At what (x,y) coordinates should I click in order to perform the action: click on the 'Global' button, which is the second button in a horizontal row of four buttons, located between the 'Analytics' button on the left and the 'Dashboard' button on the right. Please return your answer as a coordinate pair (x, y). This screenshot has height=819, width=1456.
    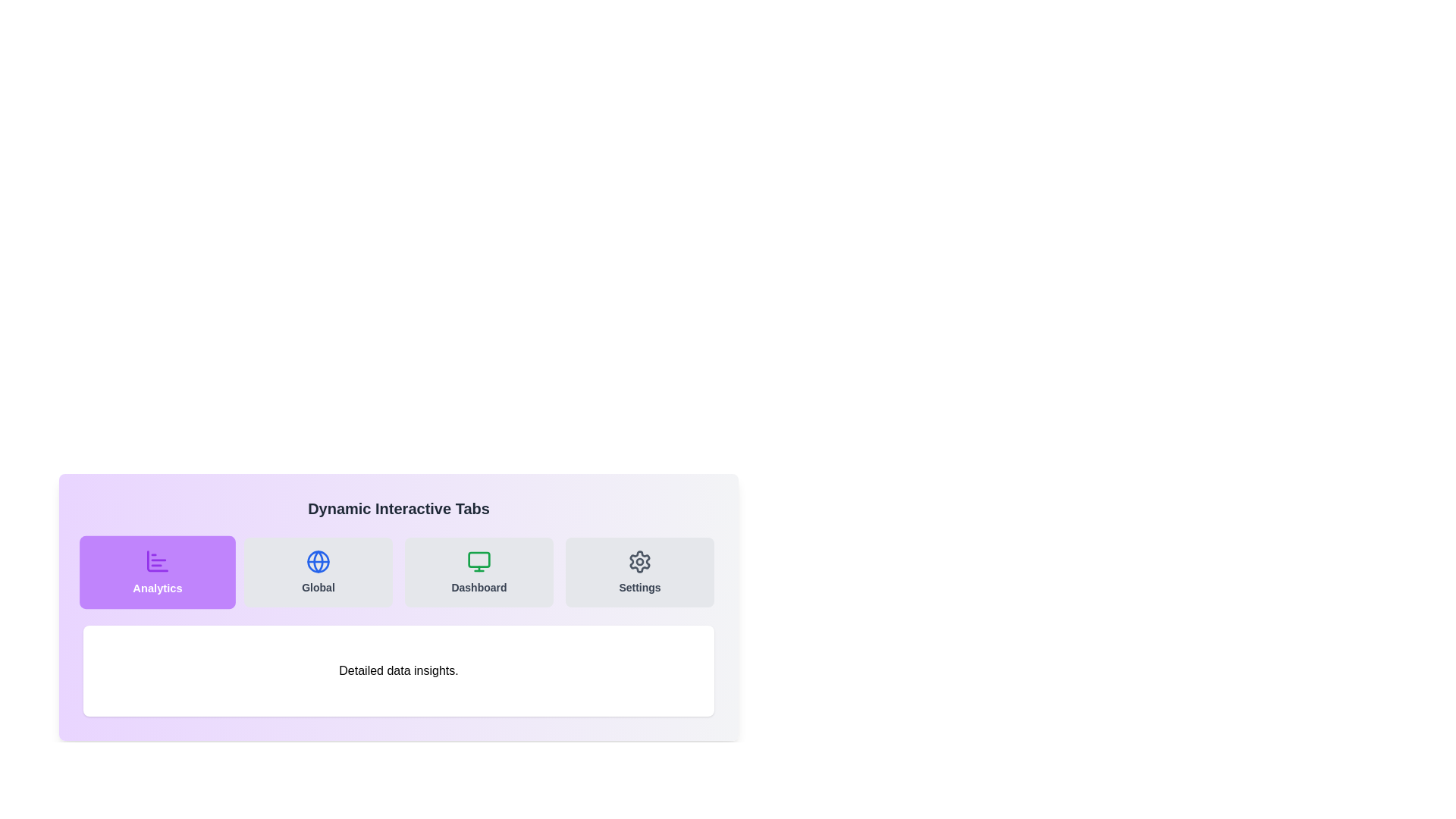
    Looking at the image, I should click on (318, 573).